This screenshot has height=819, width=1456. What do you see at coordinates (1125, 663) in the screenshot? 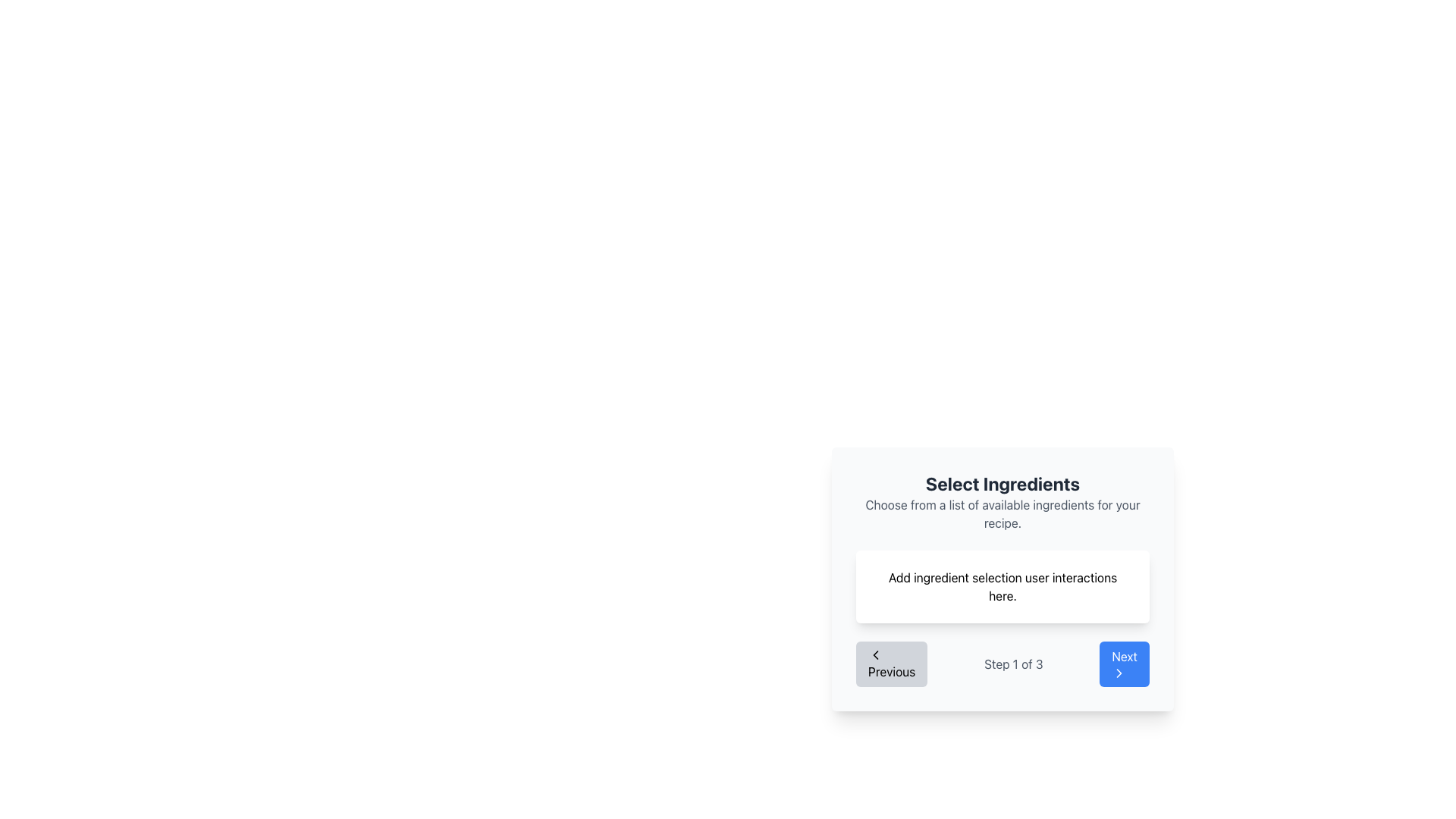
I see `the 'Next' button, which is a blue rectangular button with rounded corners and labeled 'Next' with a right-pointing arrow, located at the far right of the navigation bar` at bounding box center [1125, 663].